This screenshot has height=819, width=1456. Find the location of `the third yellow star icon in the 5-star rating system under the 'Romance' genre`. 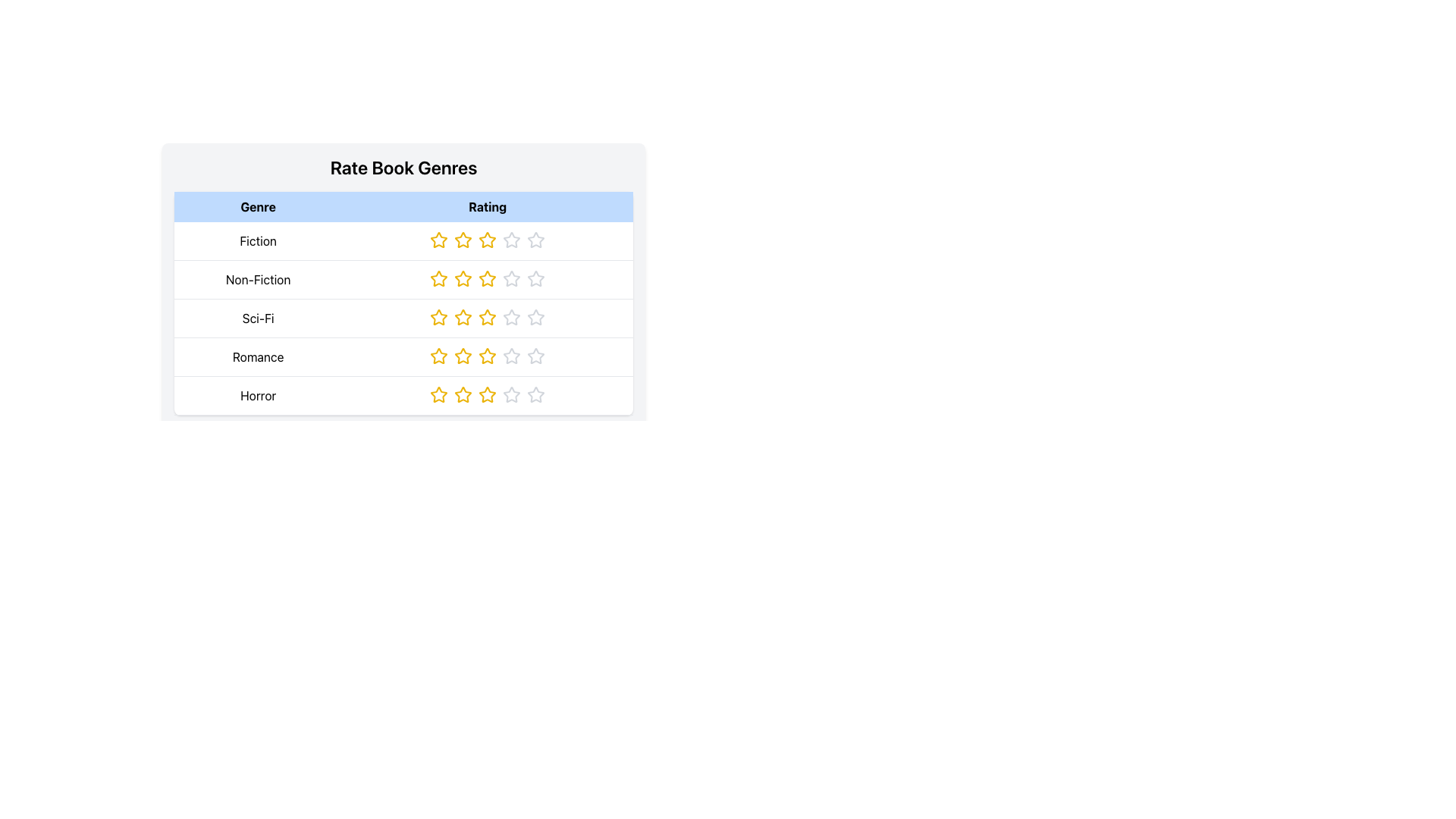

the third yellow star icon in the 5-star rating system under the 'Romance' genre is located at coordinates (488, 356).